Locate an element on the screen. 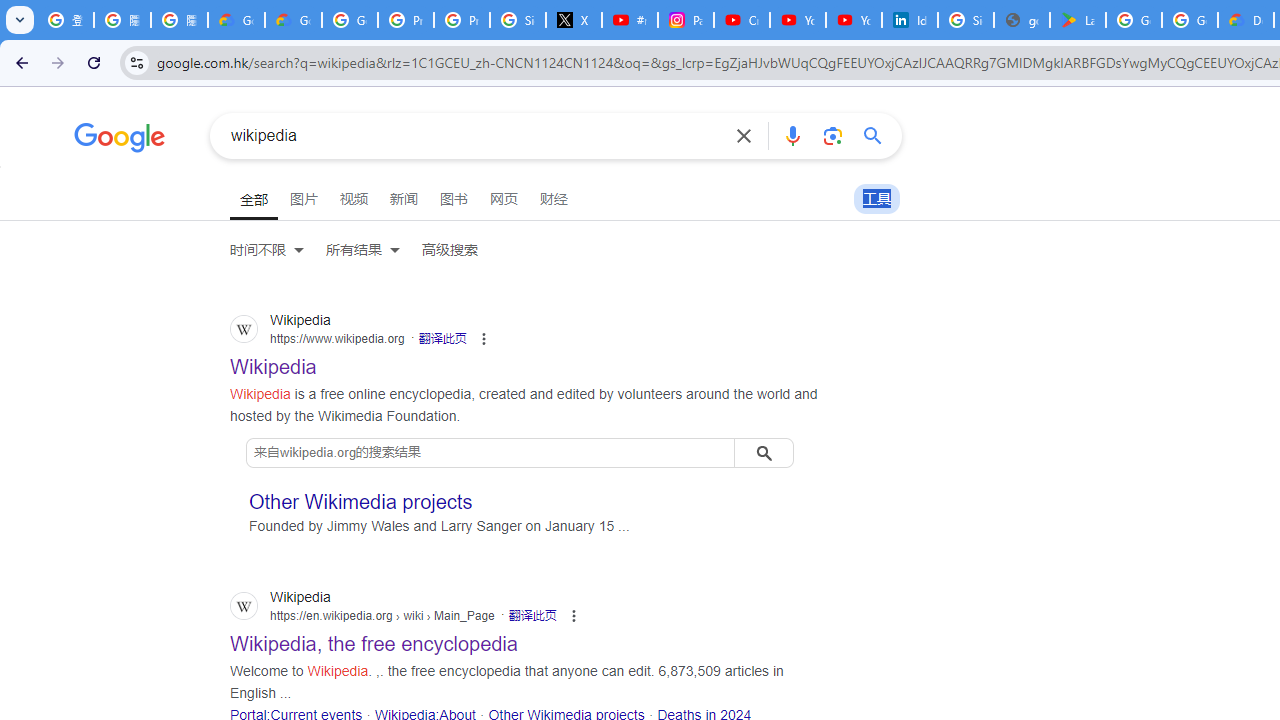 The height and width of the screenshot is (720, 1280). 'Google Workspace - Specific Terms' is located at coordinates (1190, 20).